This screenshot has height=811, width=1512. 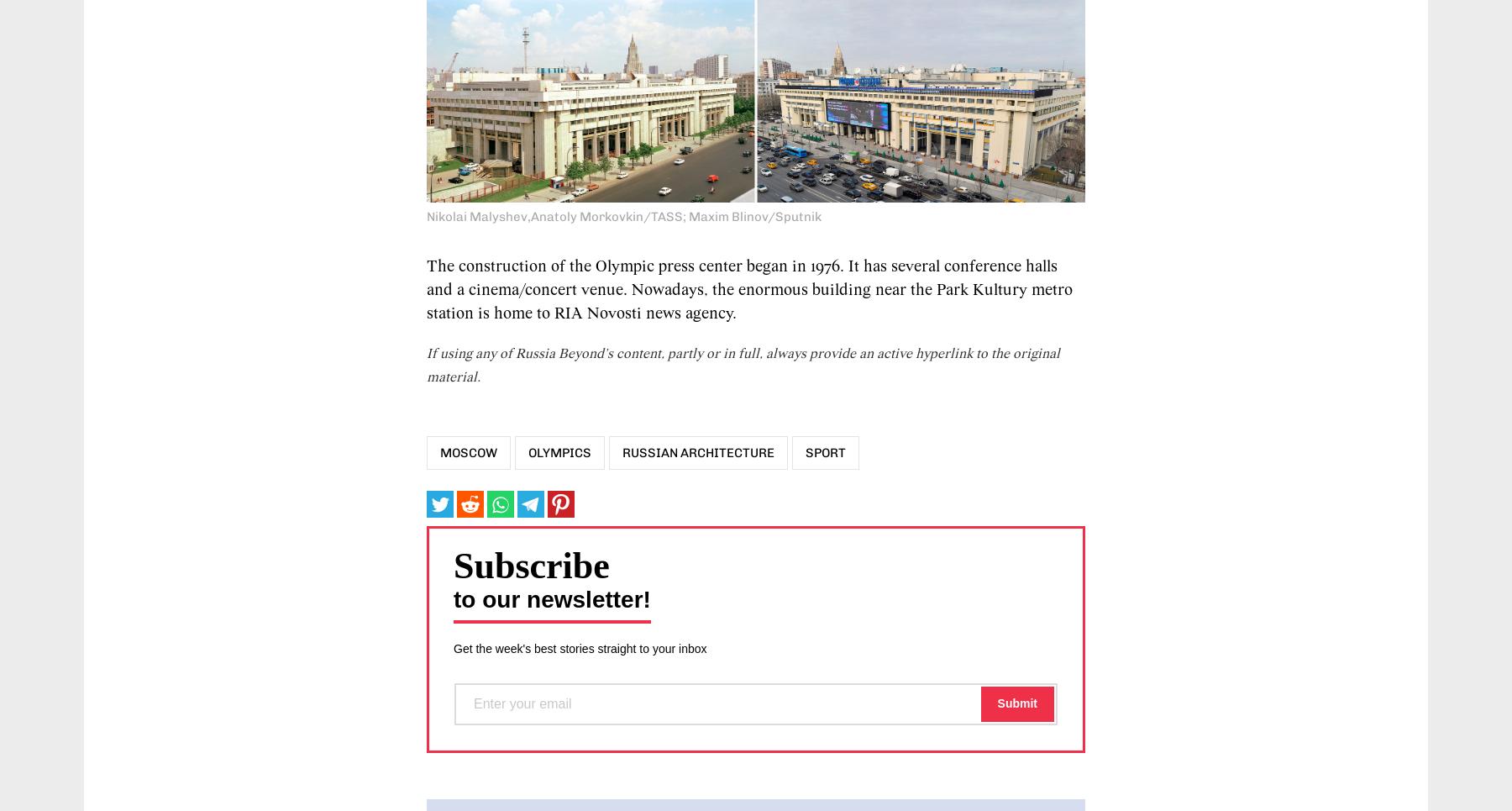 What do you see at coordinates (623, 214) in the screenshot?
I see `'Nikolai Malyshev,Anatoly Morkovkin/TASS; Maxim Blinov/Sputnik'` at bounding box center [623, 214].